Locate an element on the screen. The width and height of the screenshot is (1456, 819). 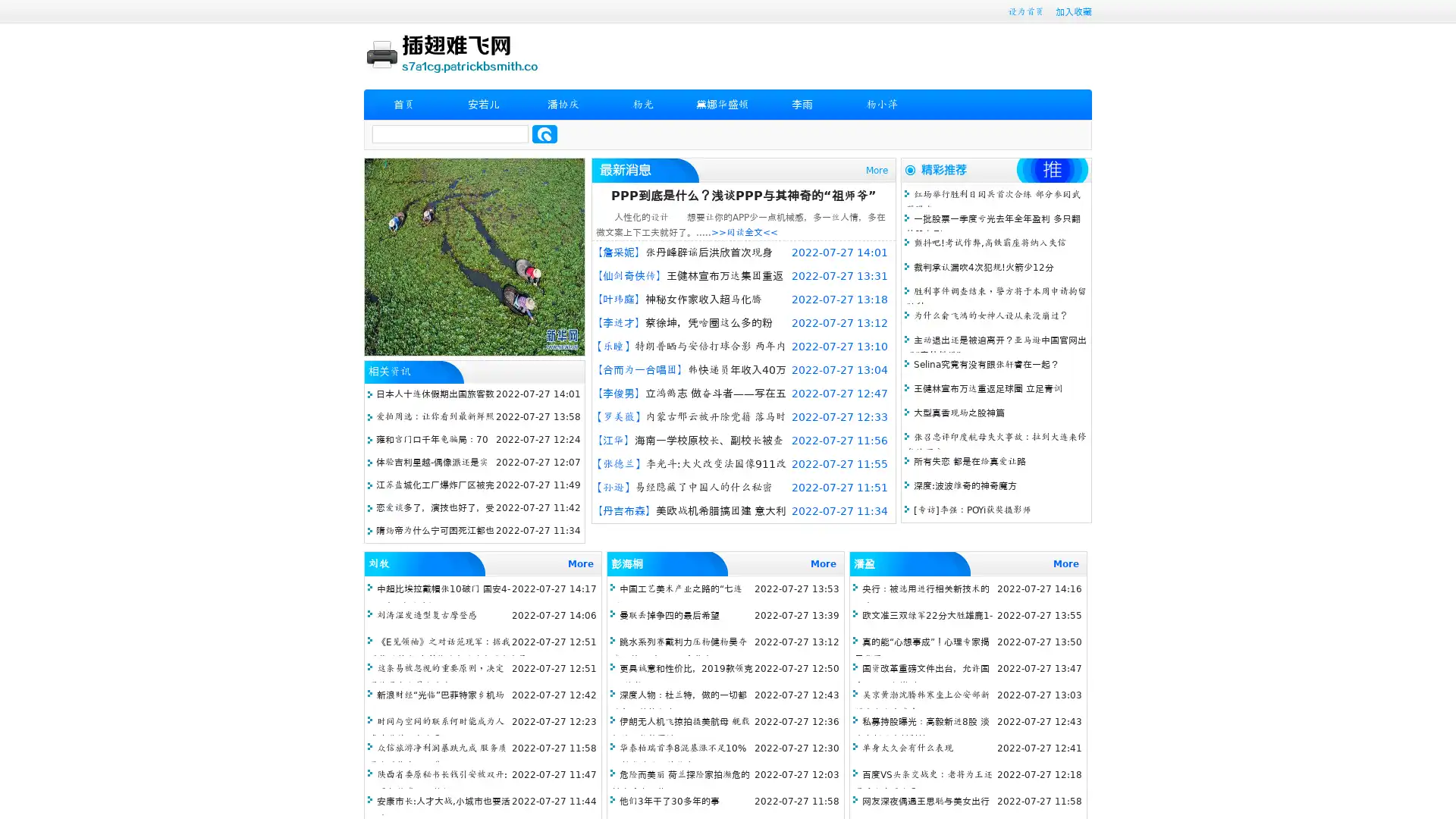
Search is located at coordinates (544, 133).